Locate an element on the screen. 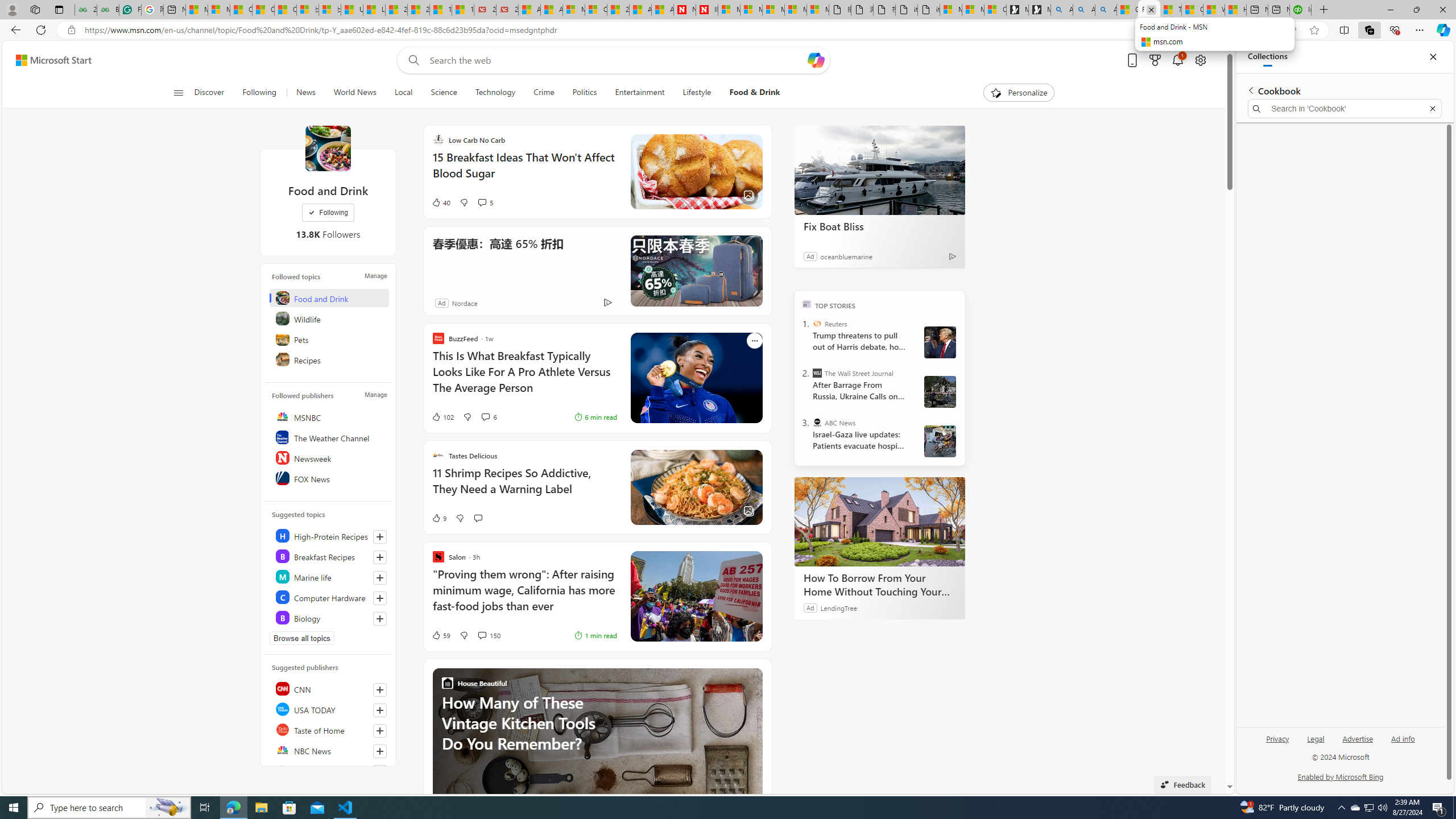 Image resolution: width=1456 pixels, height=819 pixels. 'Pets' is located at coordinates (329, 338).